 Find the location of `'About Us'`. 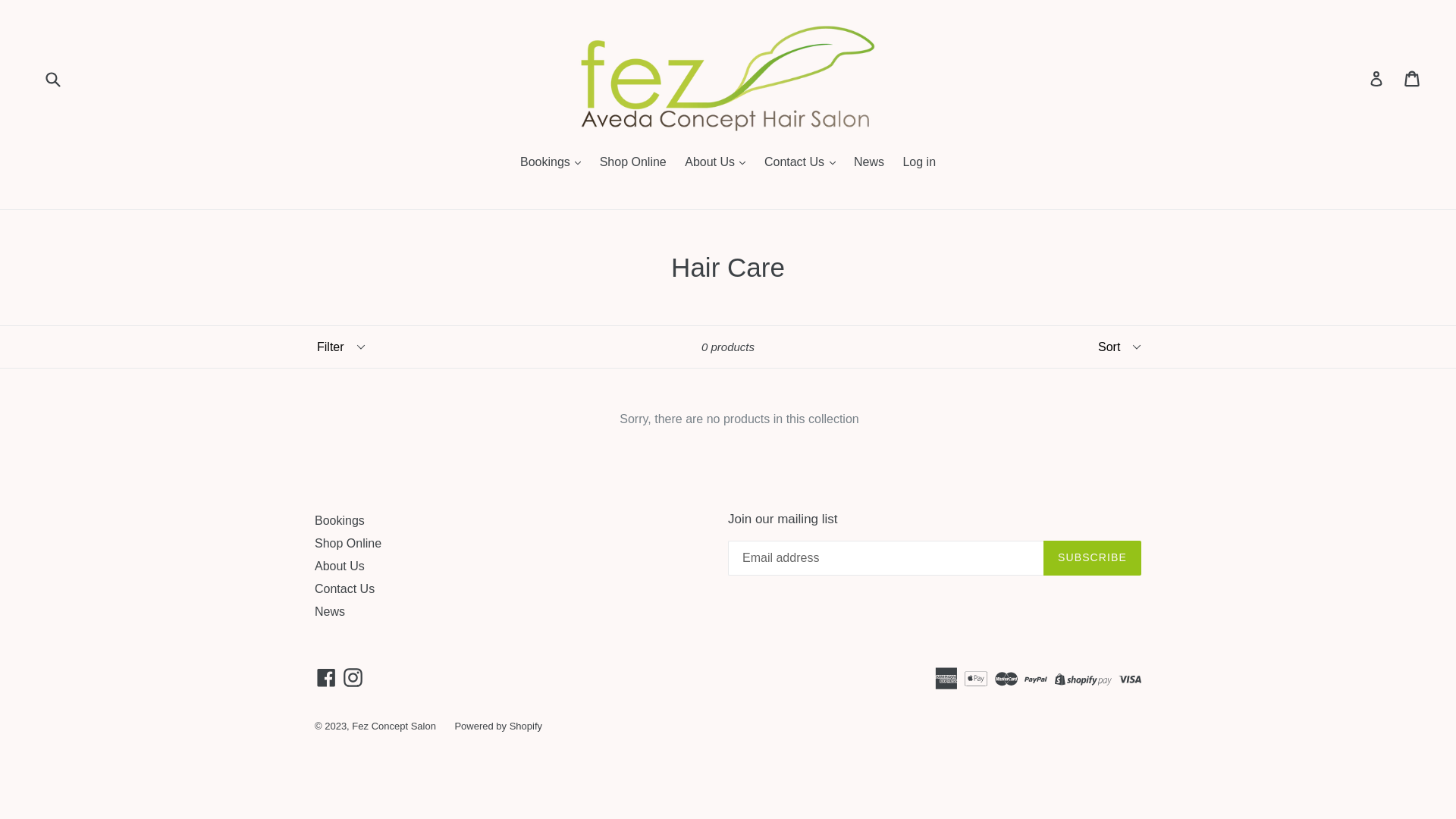

'About Us' is located at coordinates (338, 566).